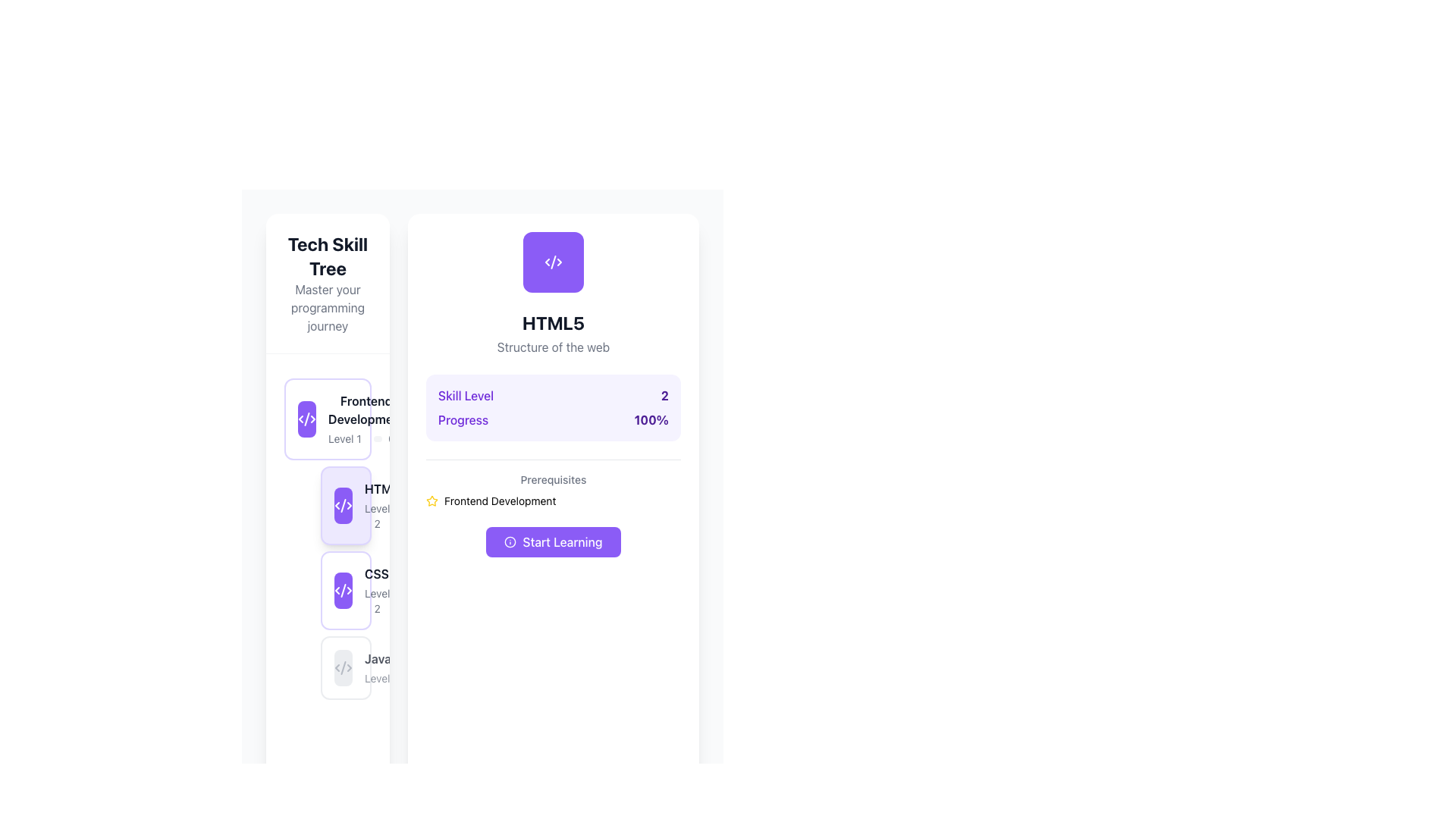 The image size is (1456, 819). I want to click on the skill level component for 'Frontend Development', so click(366, 419).